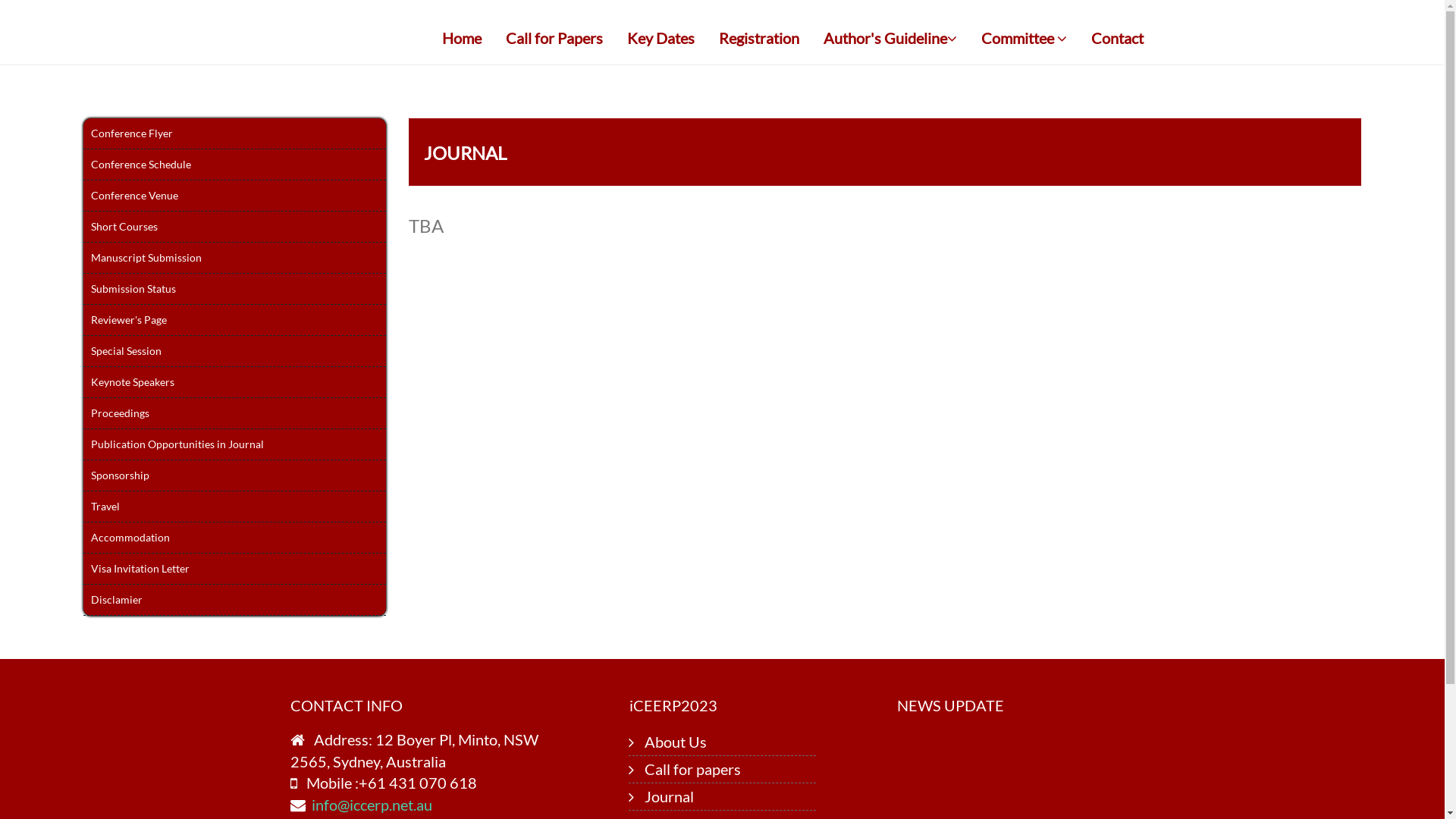 The width and height of the screenshot is (1456, 819). What do you see at coordinates (234, 475) in the screenshot?
I see `'Sponsorship'` at bounding box center [234, 475].